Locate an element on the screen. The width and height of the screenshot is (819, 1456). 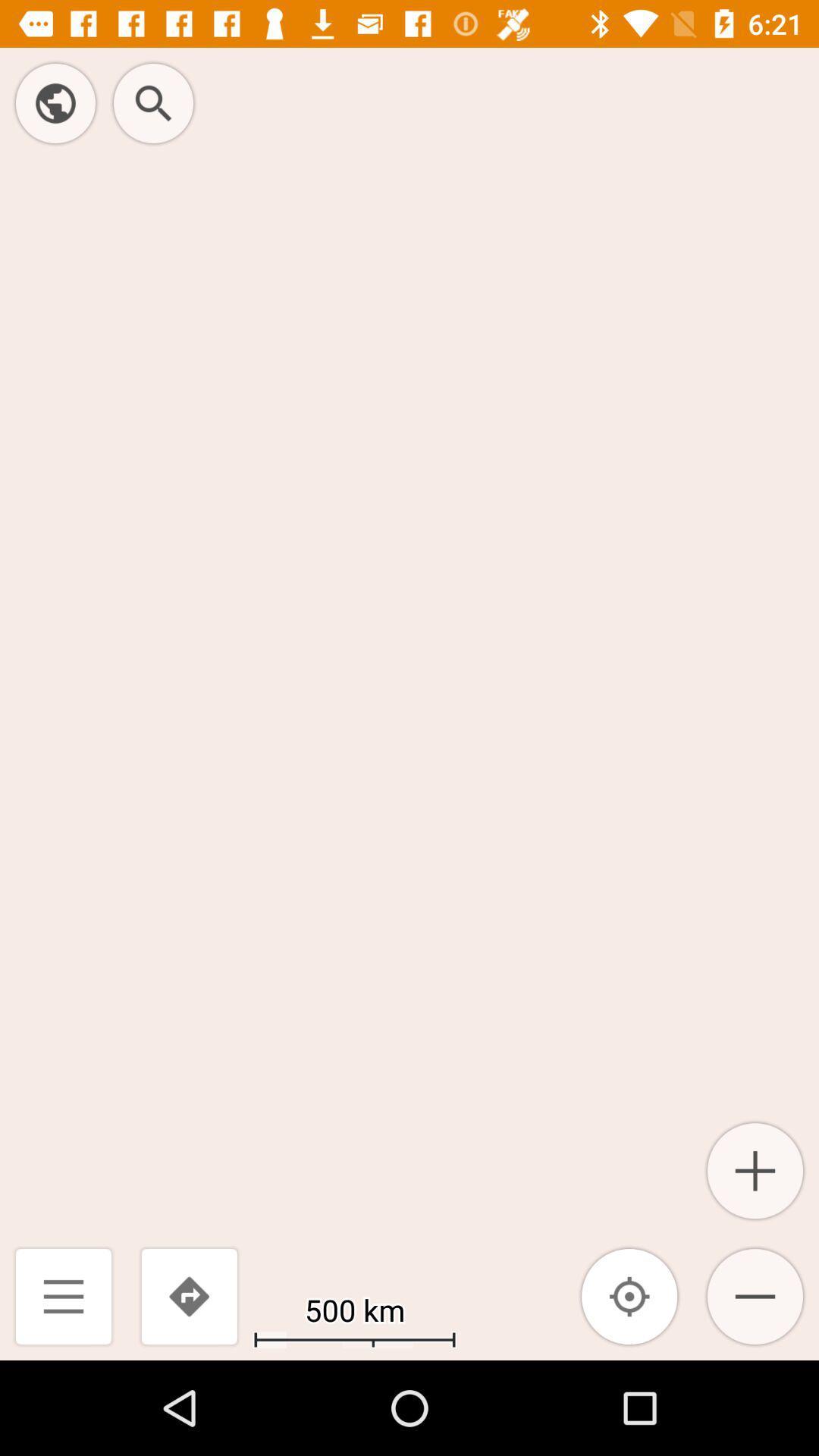
the location_crosshair icon is located at coordinates (629, 1295).